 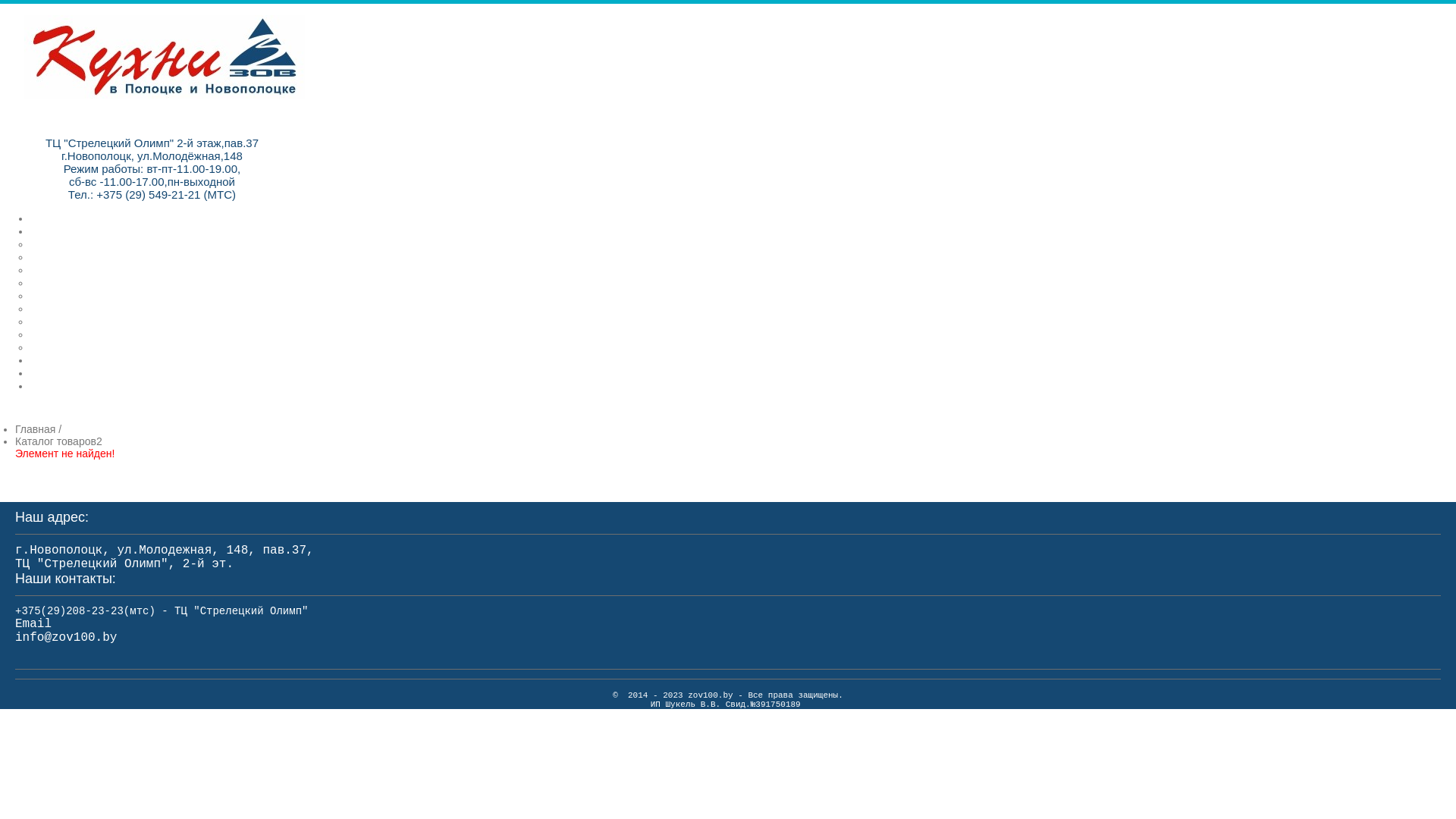 What do you see at coordinates (64, 637) in the screenshot?
I see `'info@zov100.by'` at bounding box center [64, 637].